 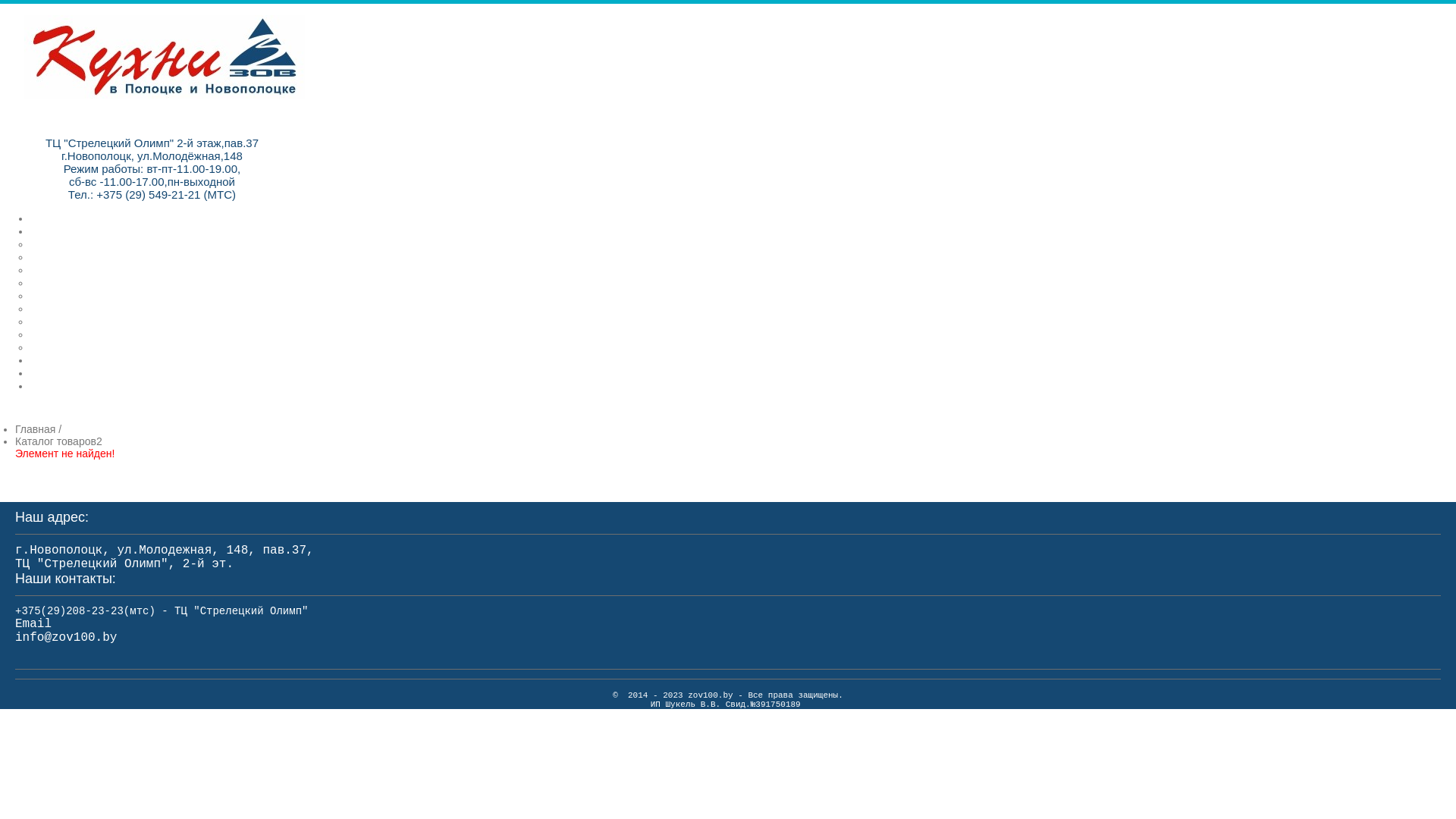 What do you see at coordinates (64, 637) in the screenshot?
I see `'info@zov100.by'` at bounding box center [64, 637].